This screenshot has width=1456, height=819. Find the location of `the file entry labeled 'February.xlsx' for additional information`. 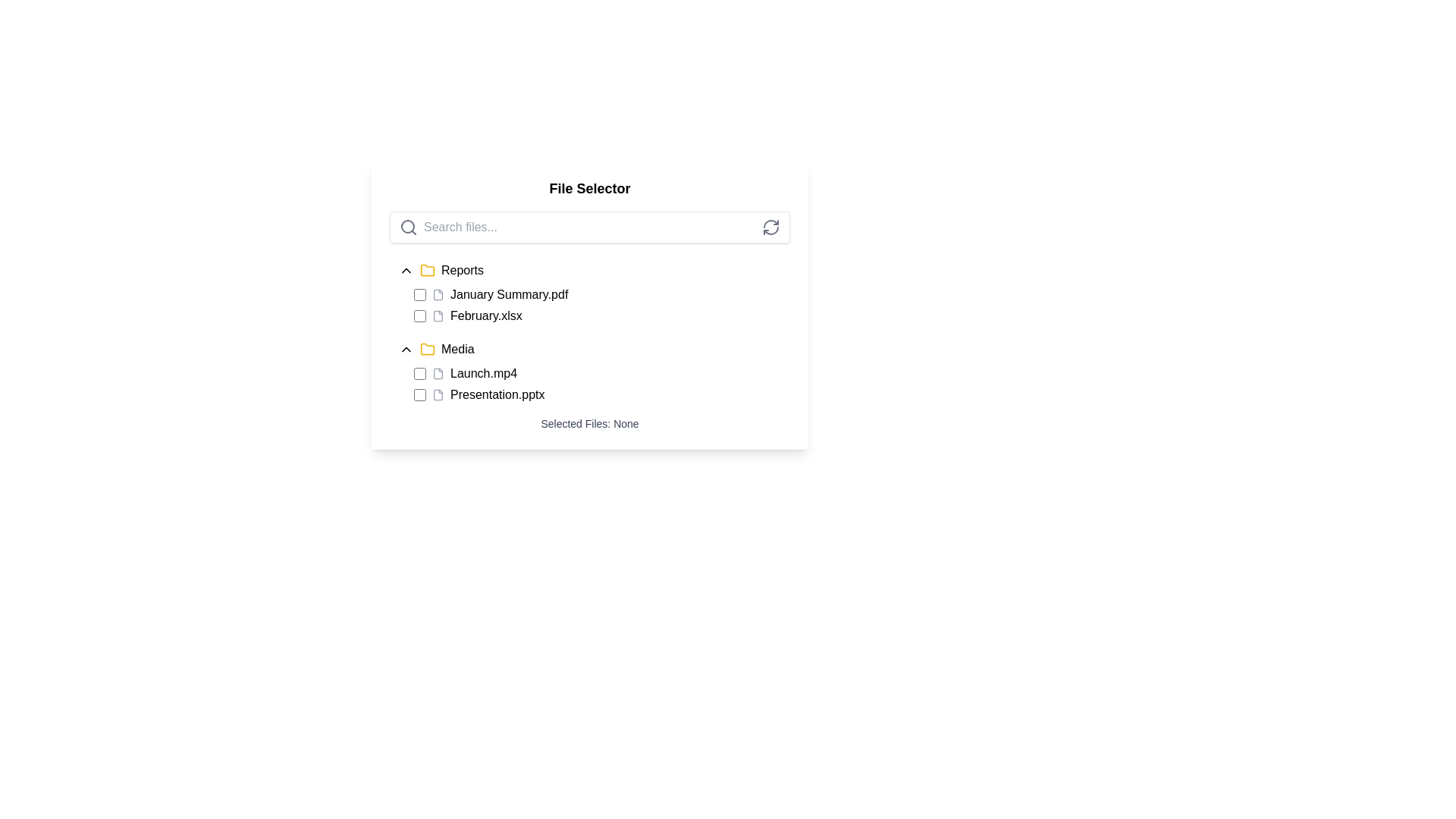

the file entry labeled 'February.xlsx' for additional information is located at coordinates (601, 315).